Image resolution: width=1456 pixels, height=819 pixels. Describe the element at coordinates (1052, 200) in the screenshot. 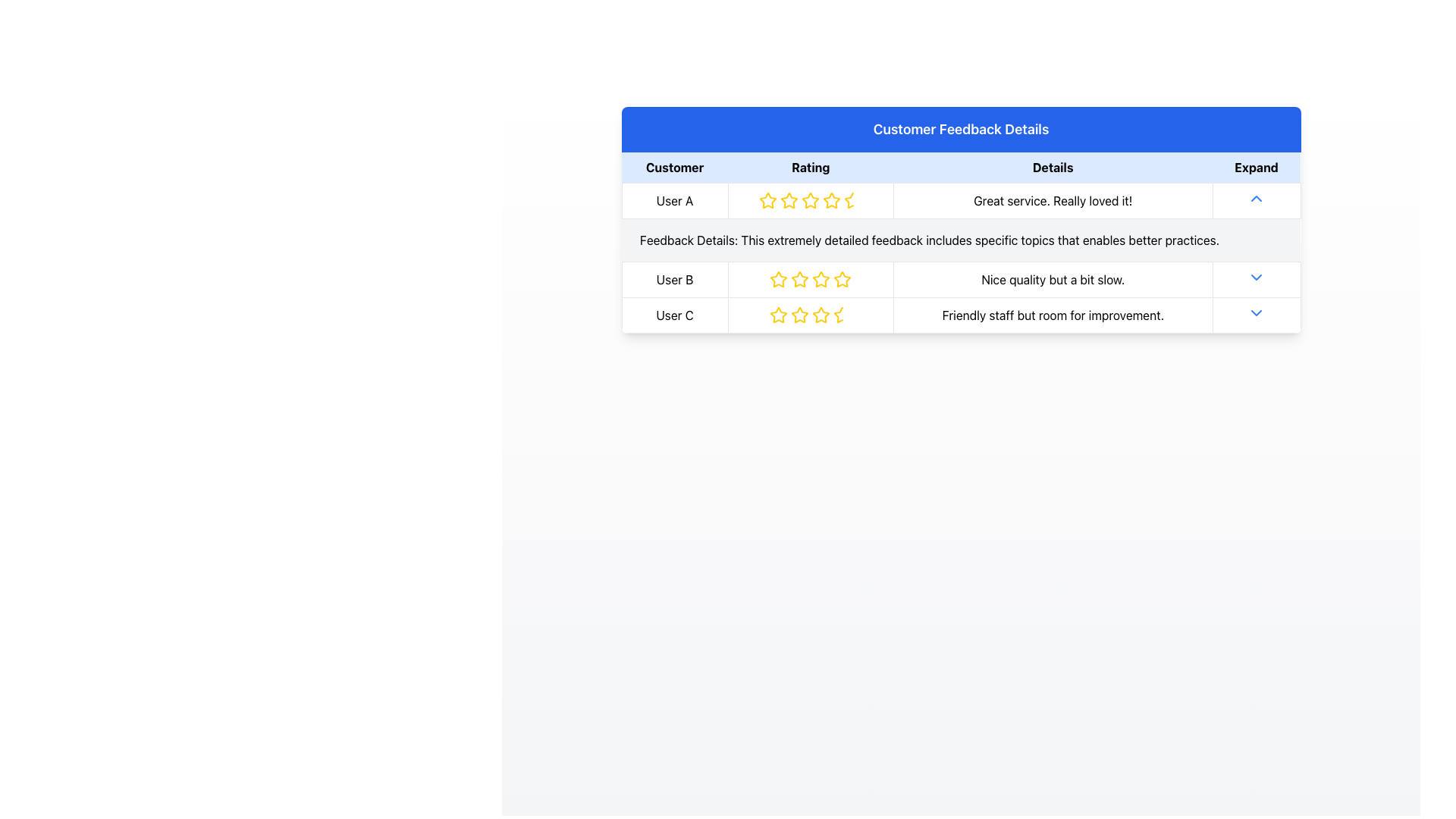

I see `the Text Display element located in the 'Details' column of the first row in the table, which displays the user's feedback or comment` at that location.